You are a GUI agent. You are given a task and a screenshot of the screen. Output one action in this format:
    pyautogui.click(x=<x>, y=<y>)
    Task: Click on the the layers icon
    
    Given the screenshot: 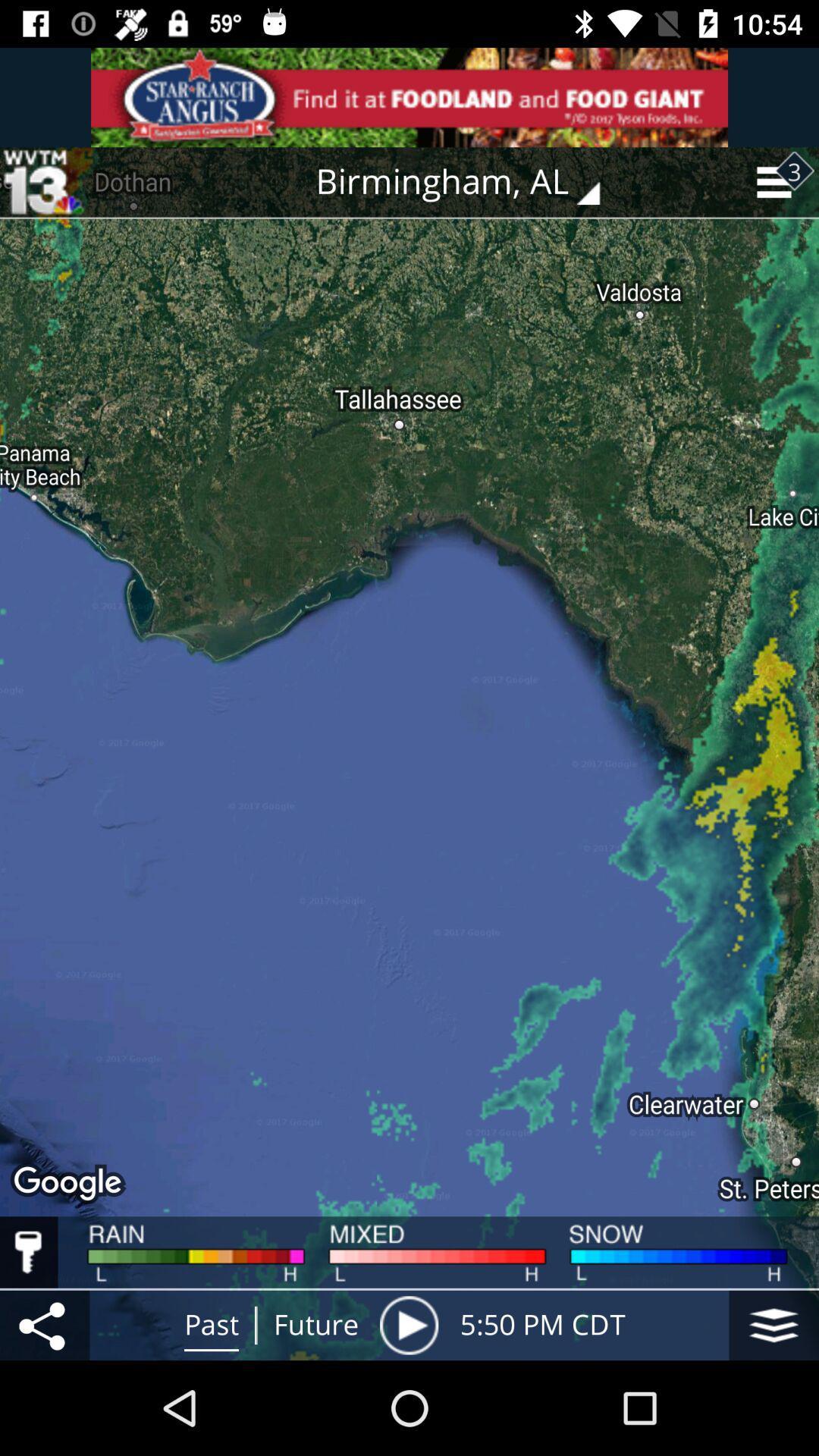 What is the action you would take?
    pyautogui.click(x=773, y=1324)
    